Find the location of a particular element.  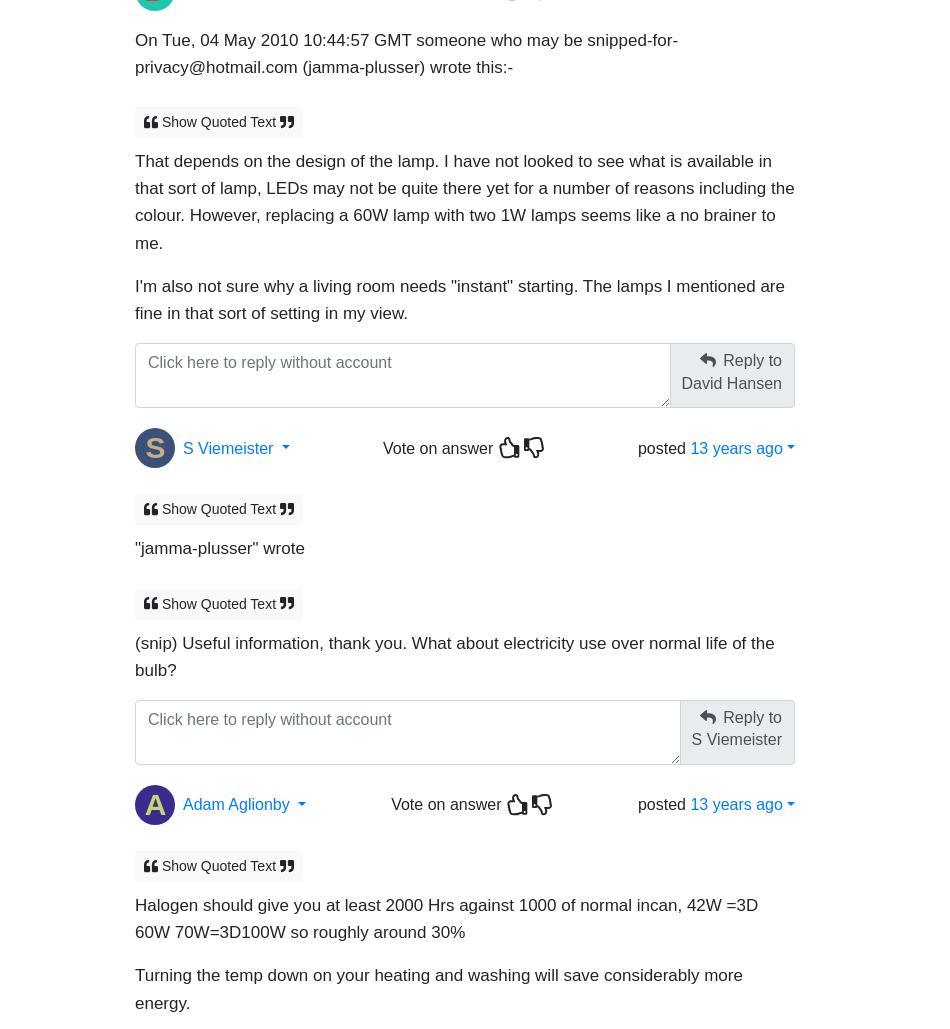

'Adam Aglionby' is located at coordinates (182, 795).